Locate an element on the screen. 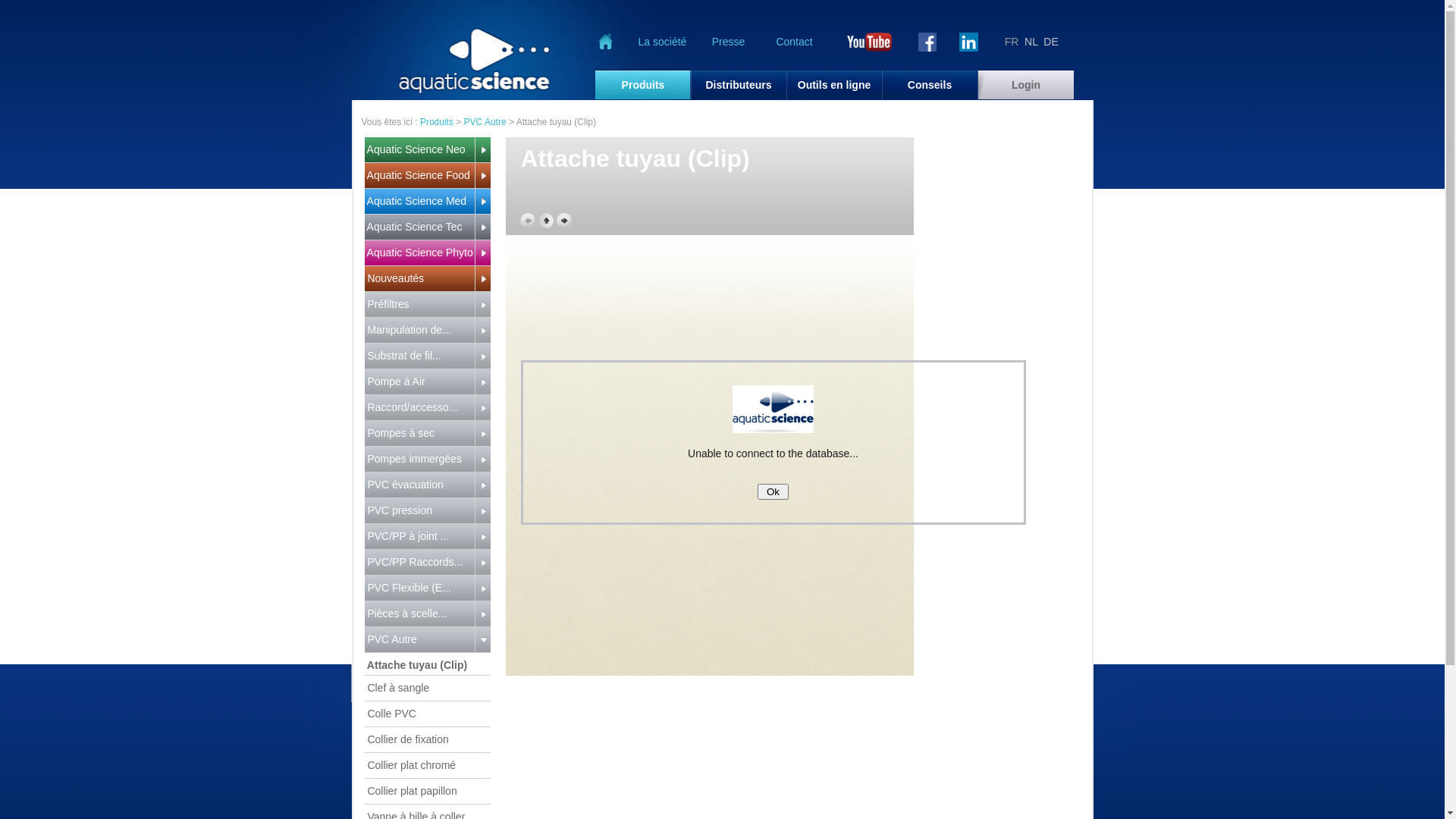 The width and height of the screenshot is (1456, 819). ' Manipulation de...' is located at coordinates (419, 329).